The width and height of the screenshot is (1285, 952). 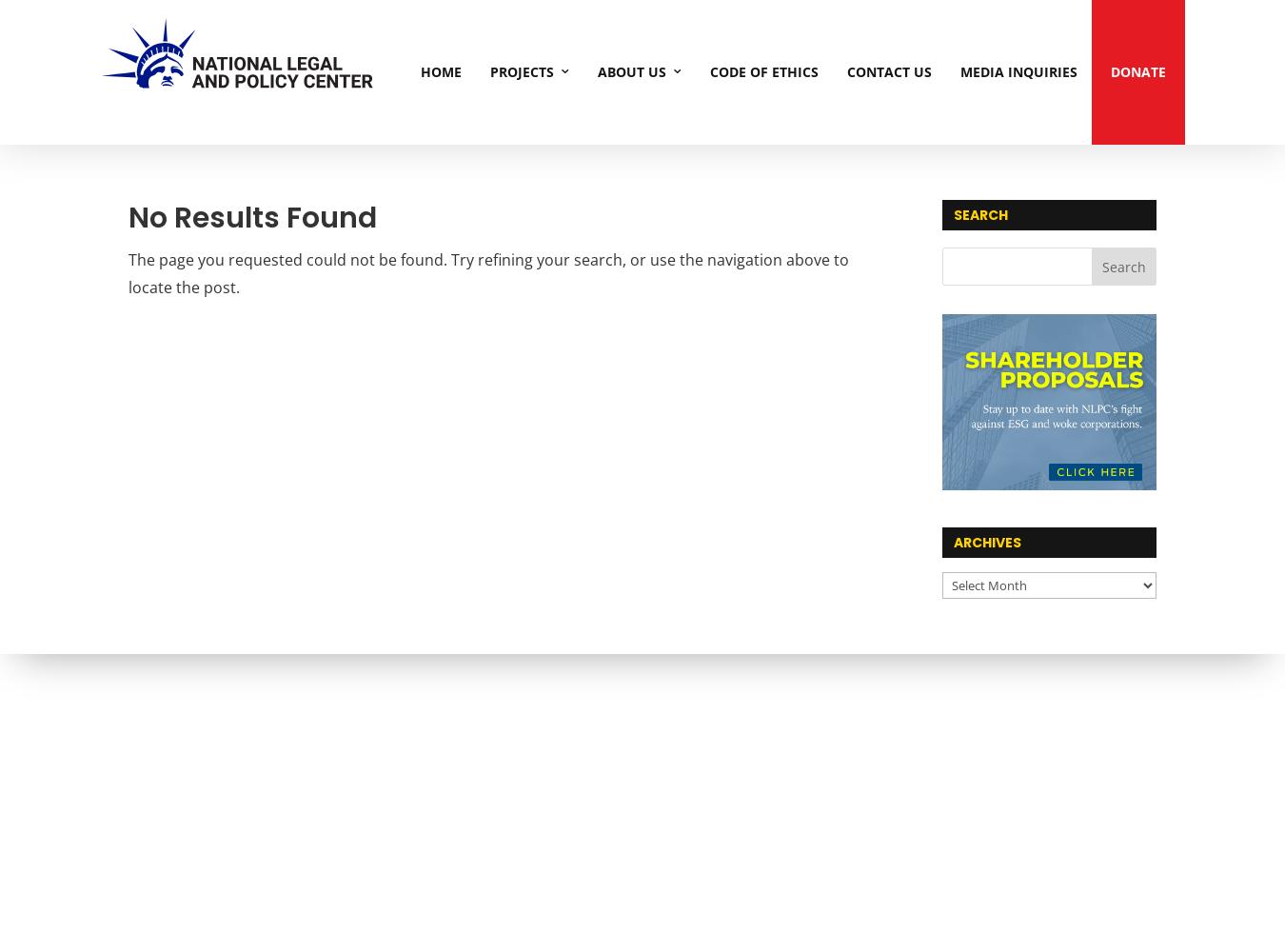 What do you see at coordinates (820, 311) in the screenshot?
I see `'Paul Chesser'` at bounding box center [820, 311].